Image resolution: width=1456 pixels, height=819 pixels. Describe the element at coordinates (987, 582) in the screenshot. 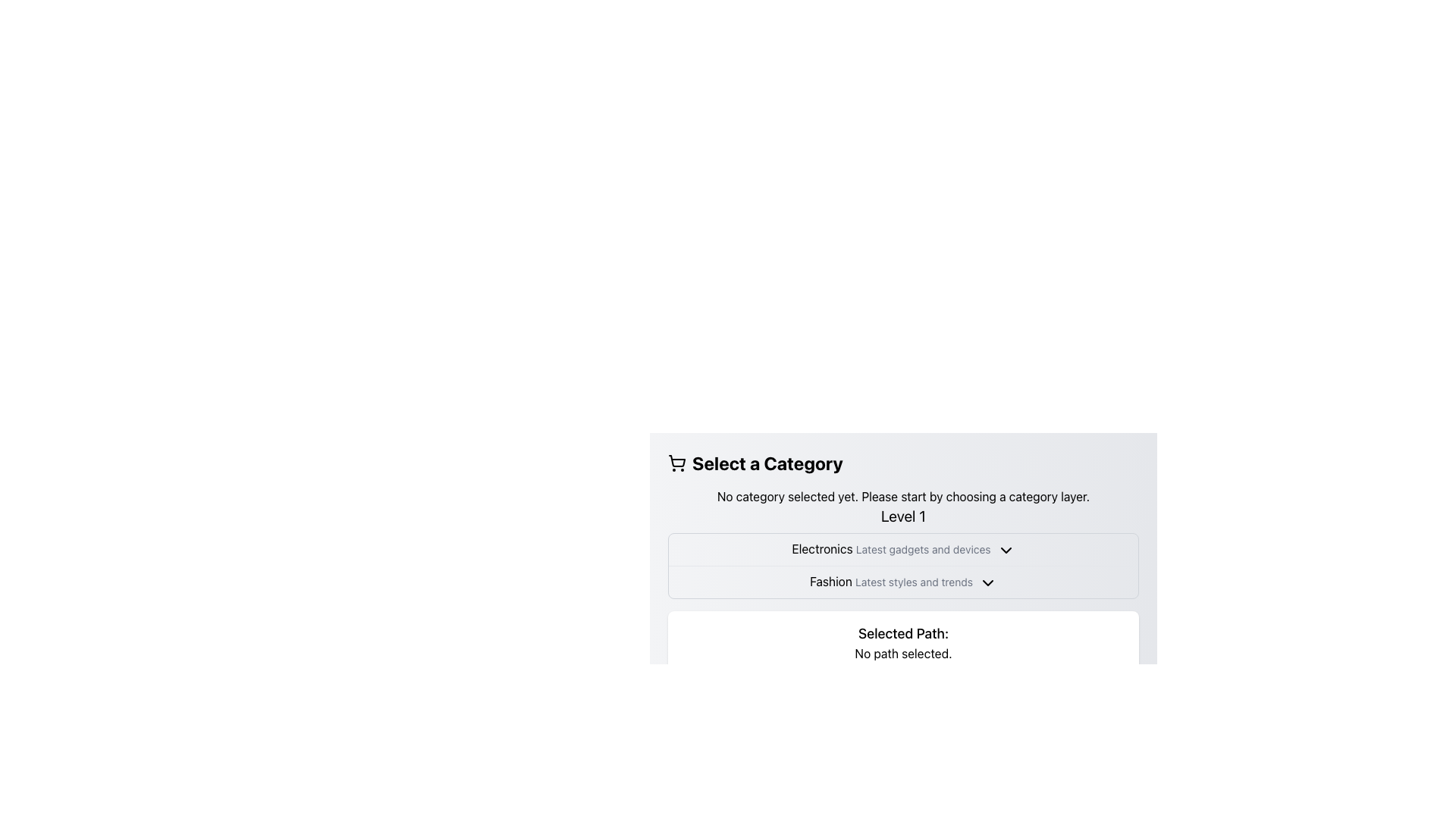

I see `the chevron icon located directly to the right of the text 'Fashion Latest styles and trends'` at that location.